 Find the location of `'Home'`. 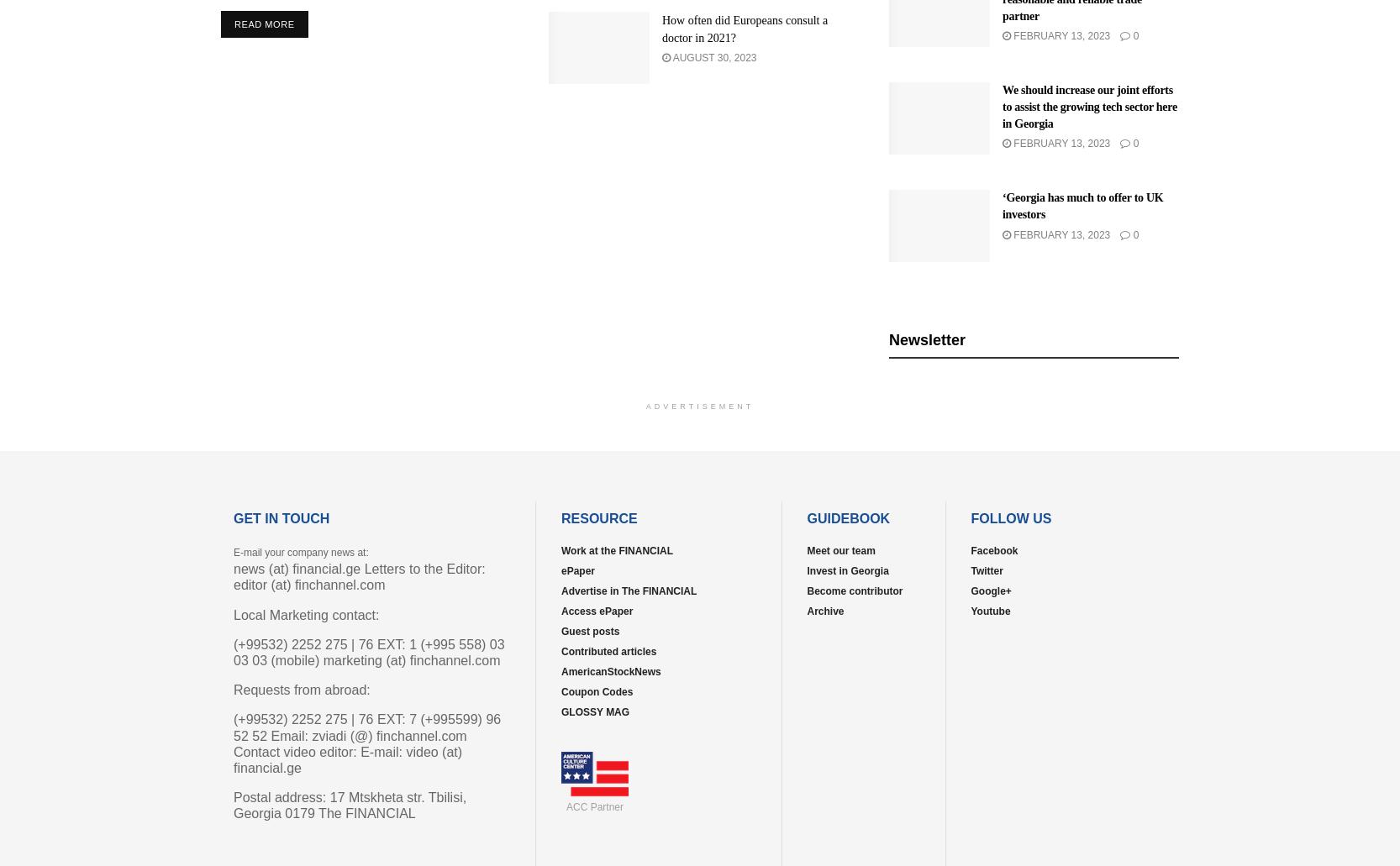

'Home' is located at coordinates (221, 520).